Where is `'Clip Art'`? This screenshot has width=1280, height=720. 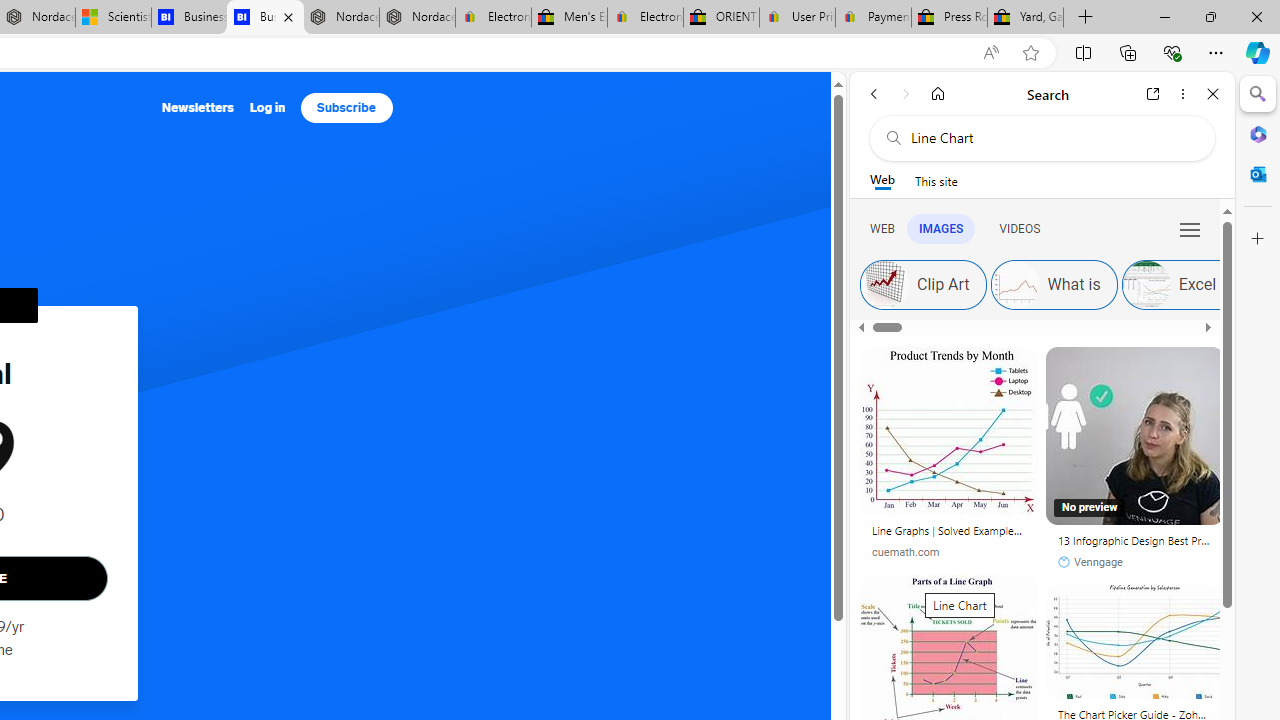 'Clip Art' is located at coordinates (922, 285).